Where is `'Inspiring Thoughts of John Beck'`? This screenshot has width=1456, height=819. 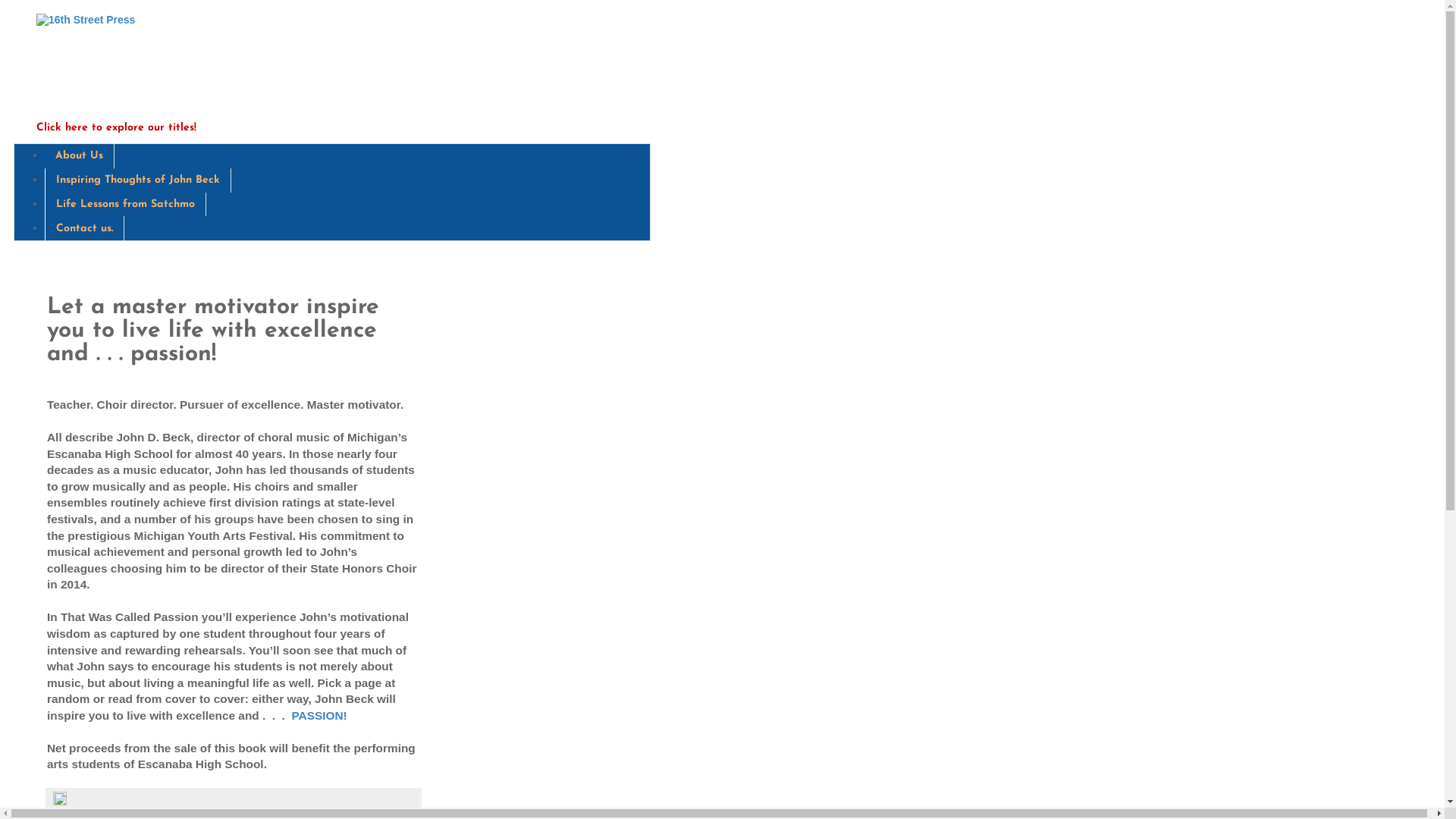
'Inspiring Thoughts of John Beck' is located at coordinates (138, 180).